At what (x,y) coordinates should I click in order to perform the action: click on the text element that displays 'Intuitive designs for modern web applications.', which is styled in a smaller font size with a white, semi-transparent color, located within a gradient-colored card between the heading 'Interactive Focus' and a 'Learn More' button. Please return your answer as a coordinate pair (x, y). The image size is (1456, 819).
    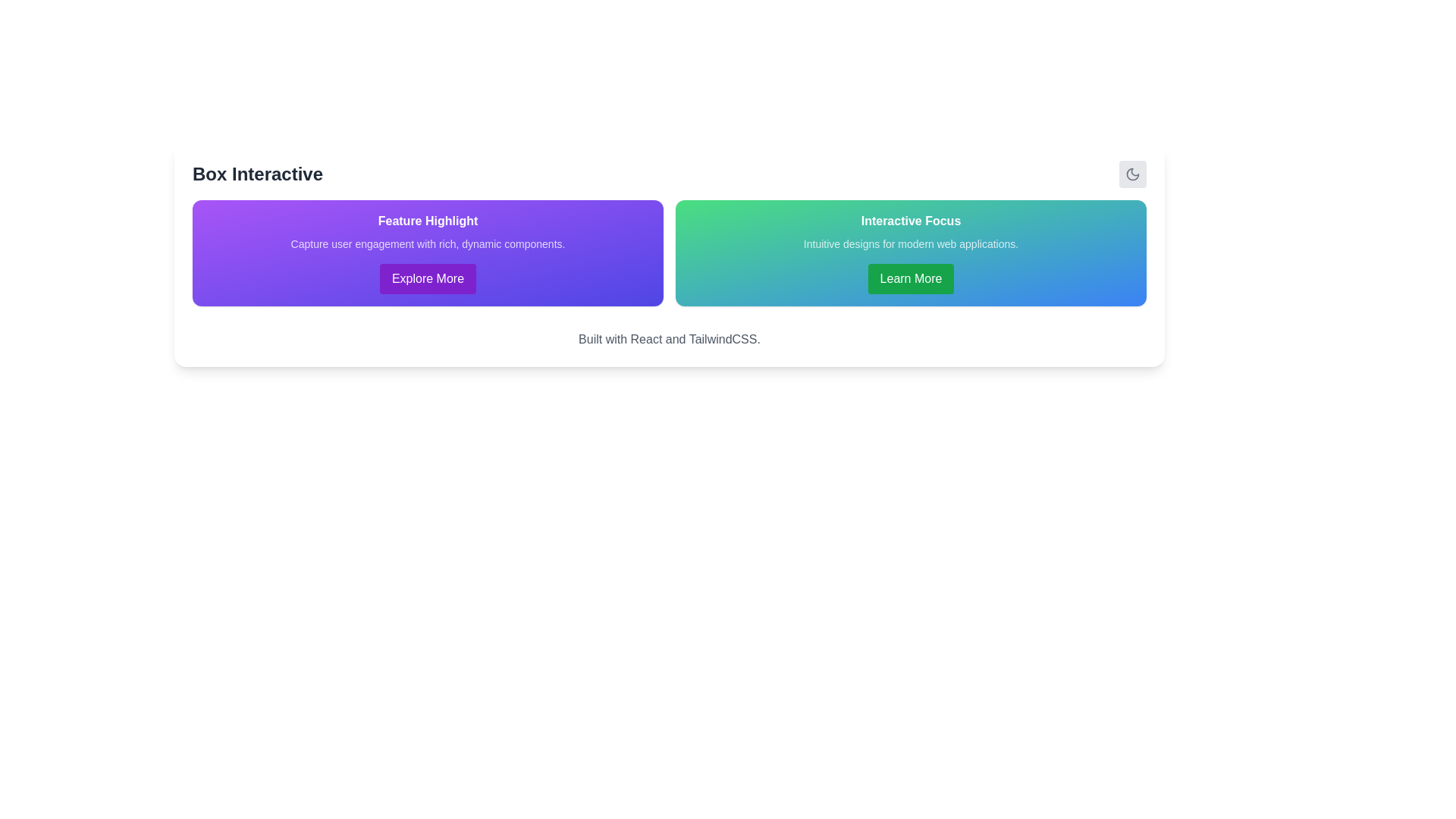
    Looking at the image, I should click on (910, 243).